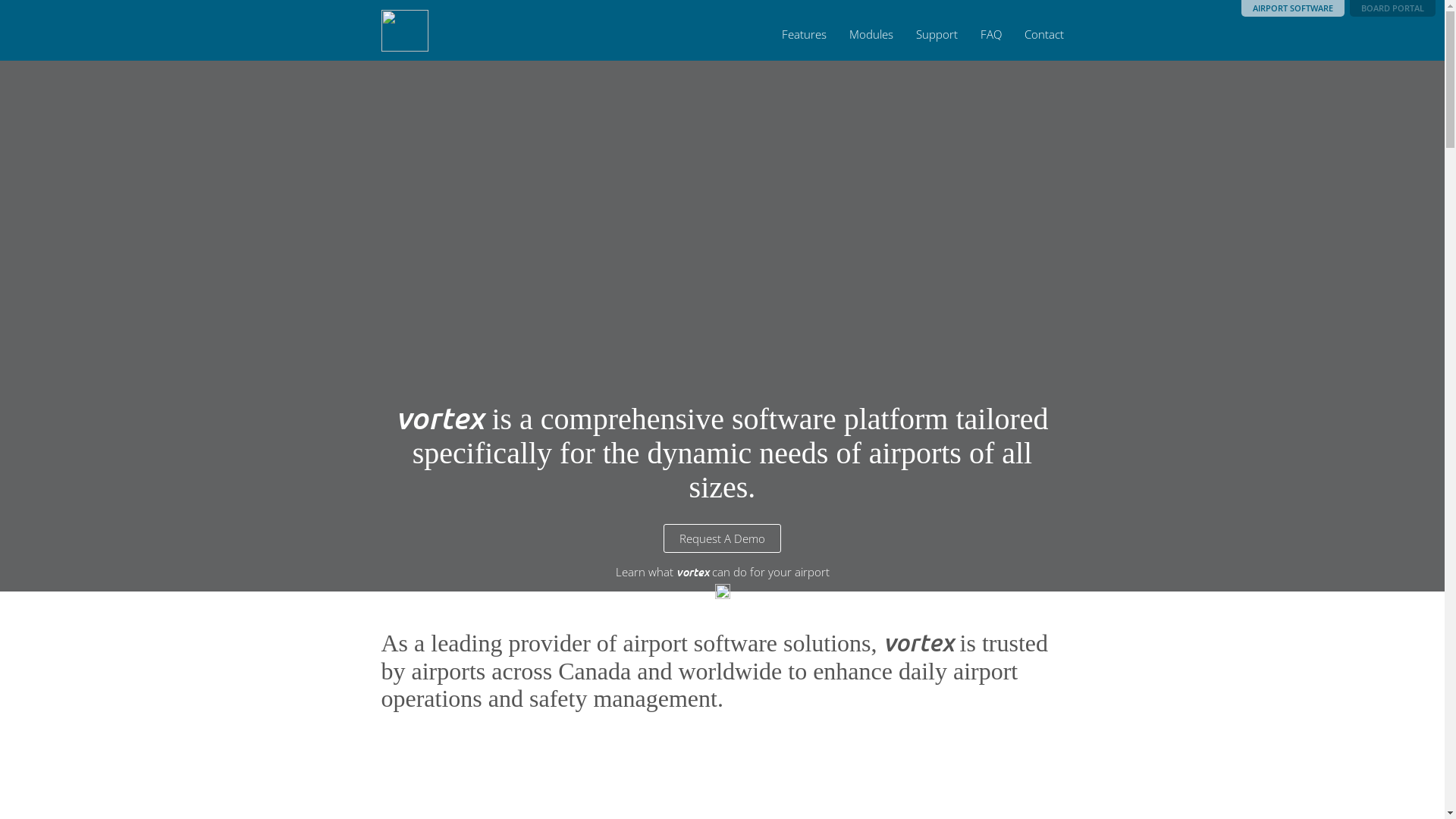 This screenshot has height=819, width=1456. I want to click on 'Contact', so click(1043, 34).